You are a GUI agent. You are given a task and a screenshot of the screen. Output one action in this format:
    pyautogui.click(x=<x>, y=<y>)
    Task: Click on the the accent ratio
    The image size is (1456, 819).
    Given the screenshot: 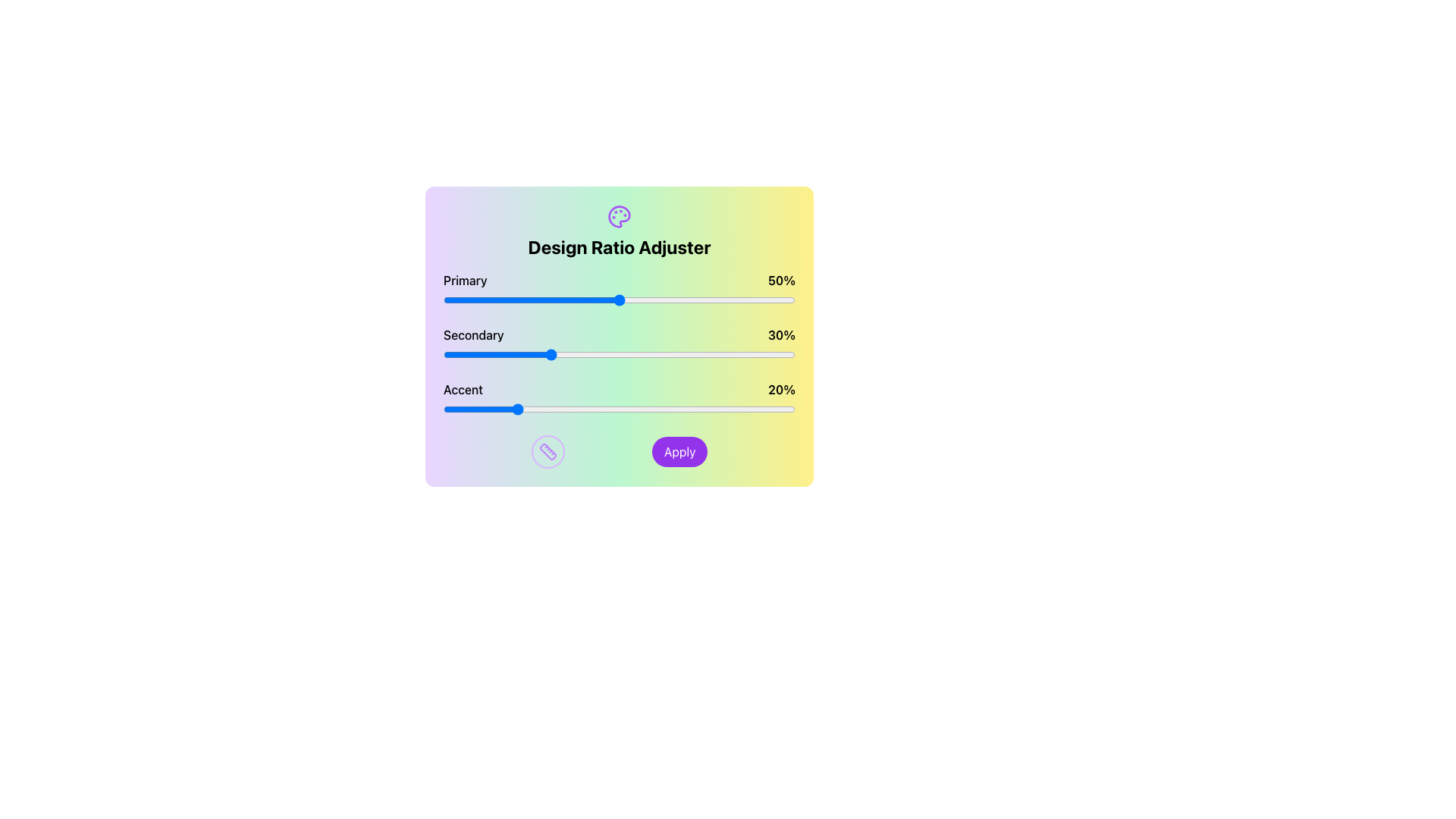 What is the action you would take?
    pyautogui.click(x=661, y=409)
    